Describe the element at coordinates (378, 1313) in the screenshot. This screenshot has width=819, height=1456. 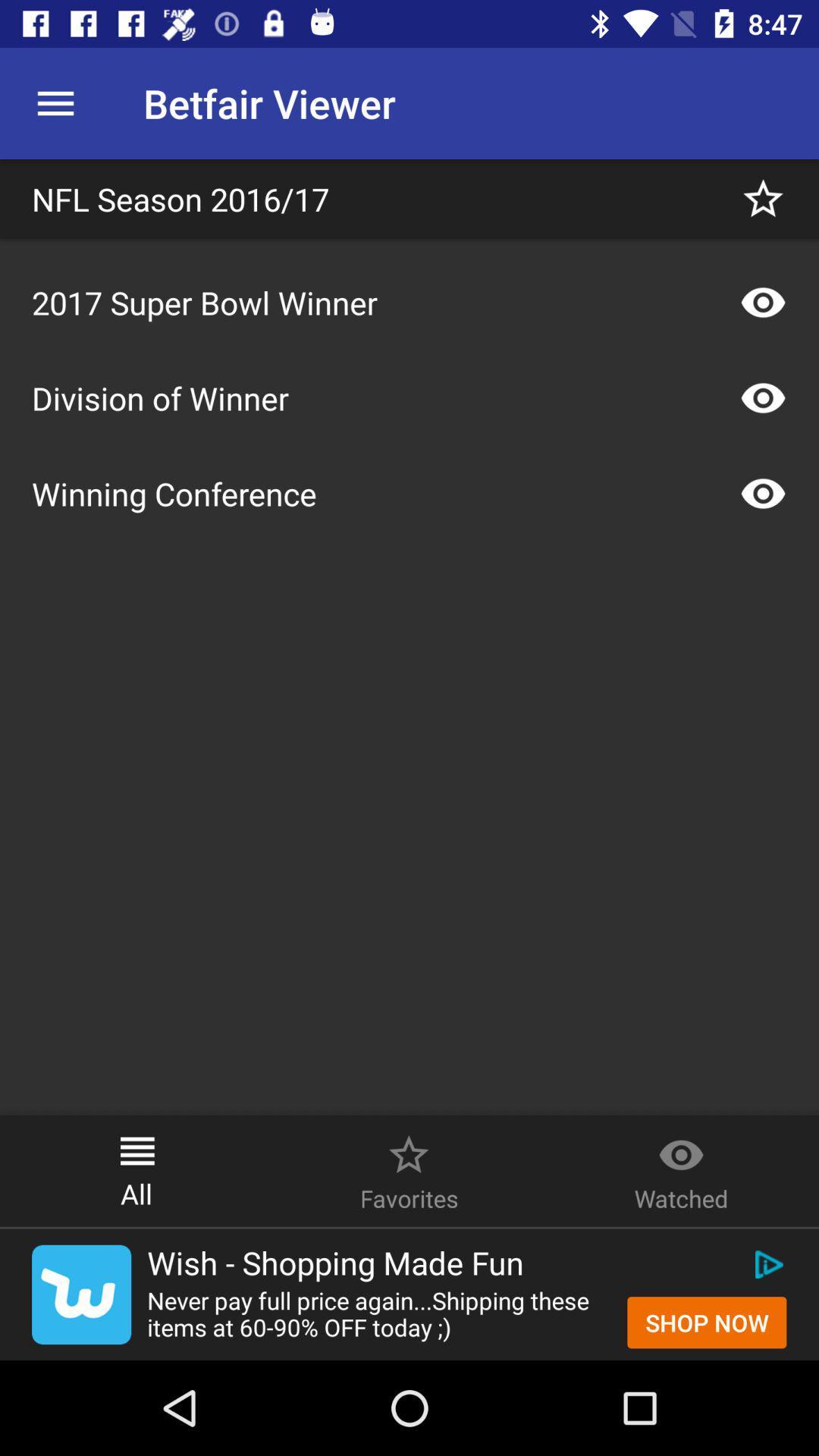
I see `the item next to the shop now icon` at that location.